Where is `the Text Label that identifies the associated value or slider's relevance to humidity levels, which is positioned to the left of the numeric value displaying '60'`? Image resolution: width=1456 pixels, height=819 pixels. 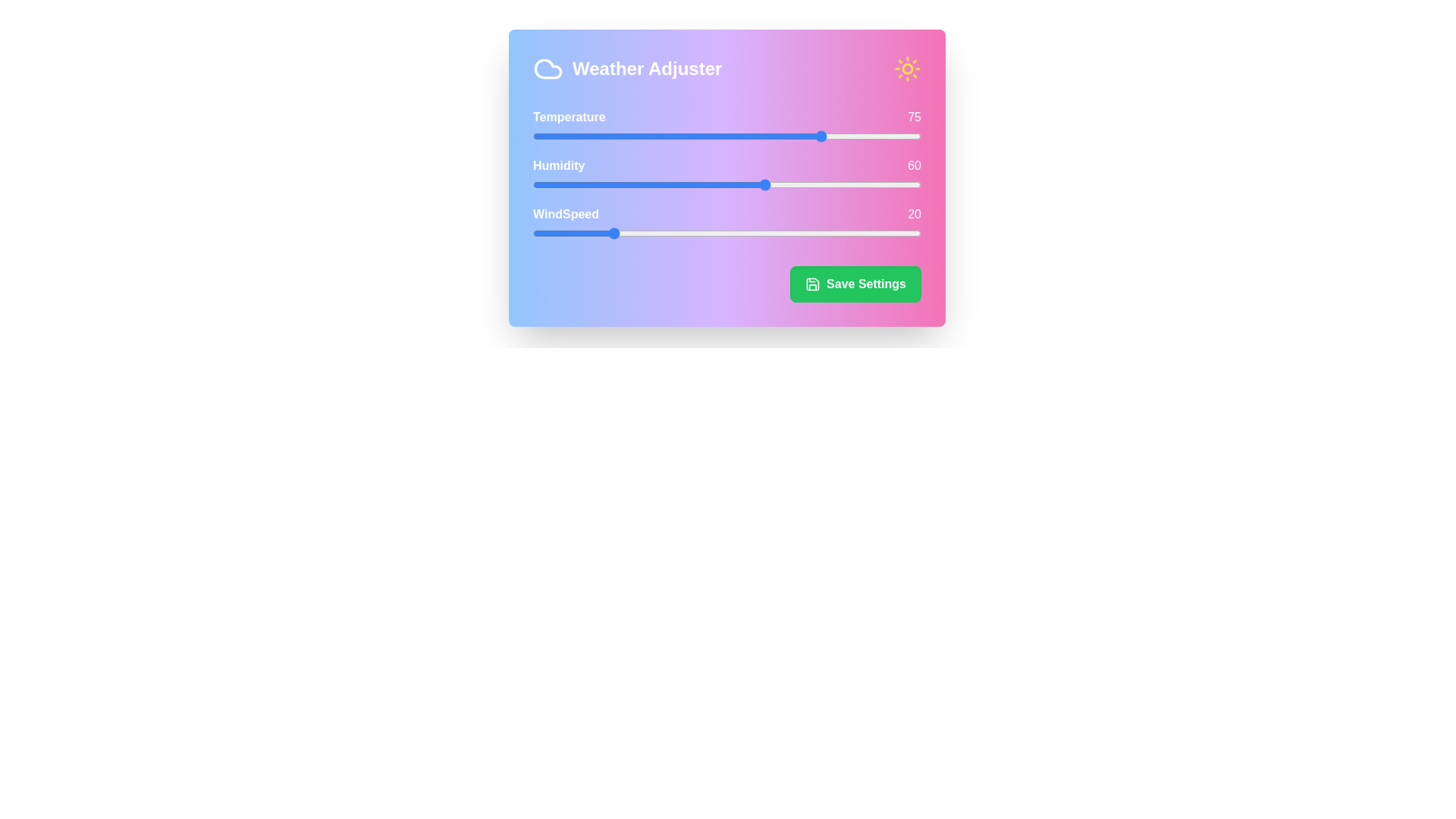 the Text Label that identifies the associated value or slider's relevance to humidity levels, which is positioned to the left of the numeric value displaying '60' is located at coordinates (558, 166).